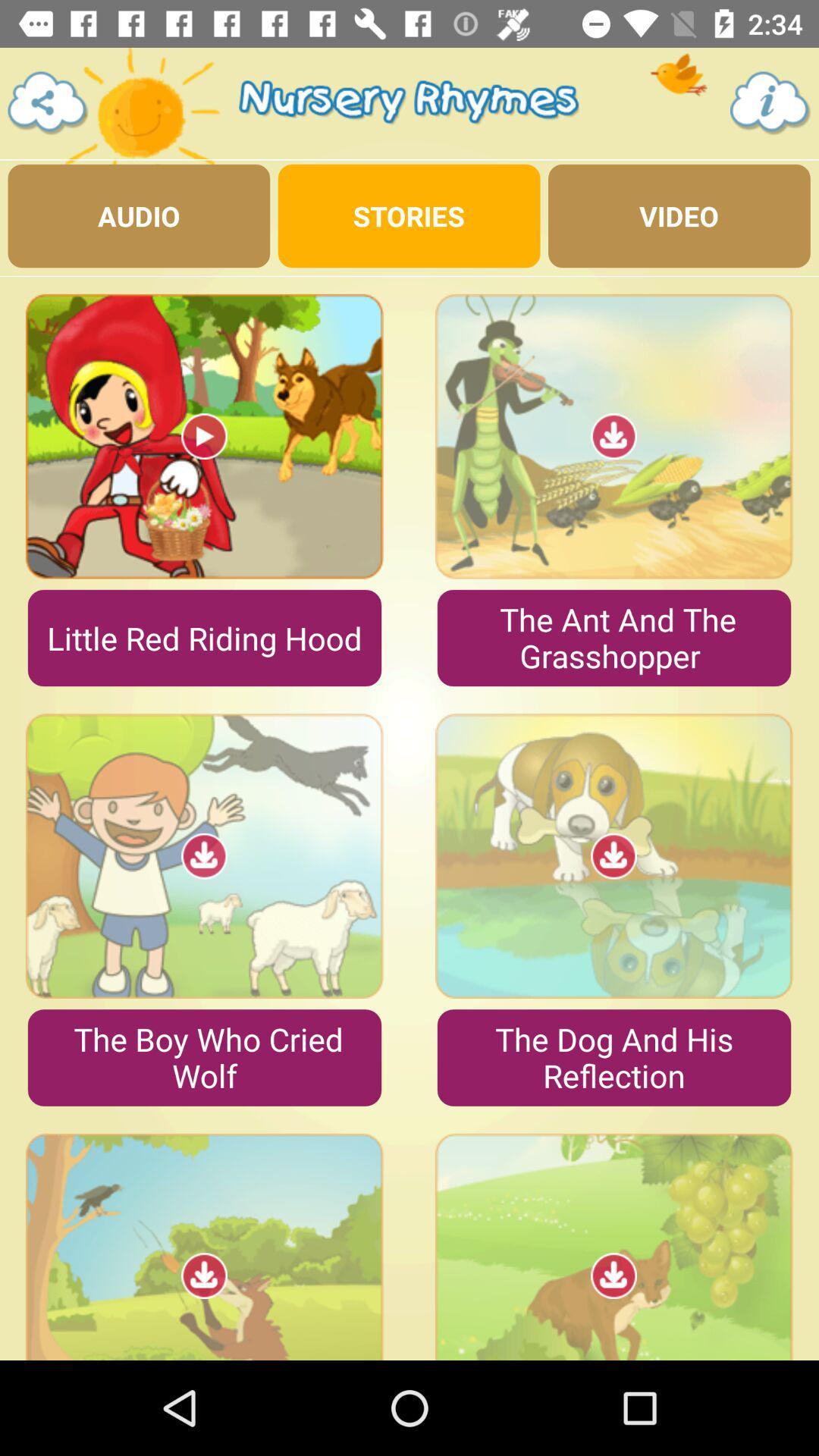 This screenshot has height=1456, width=819. What do you see at coordinates (770, 102) in the screenshot?
I see `the info icon` at bounding box center [770, 102].